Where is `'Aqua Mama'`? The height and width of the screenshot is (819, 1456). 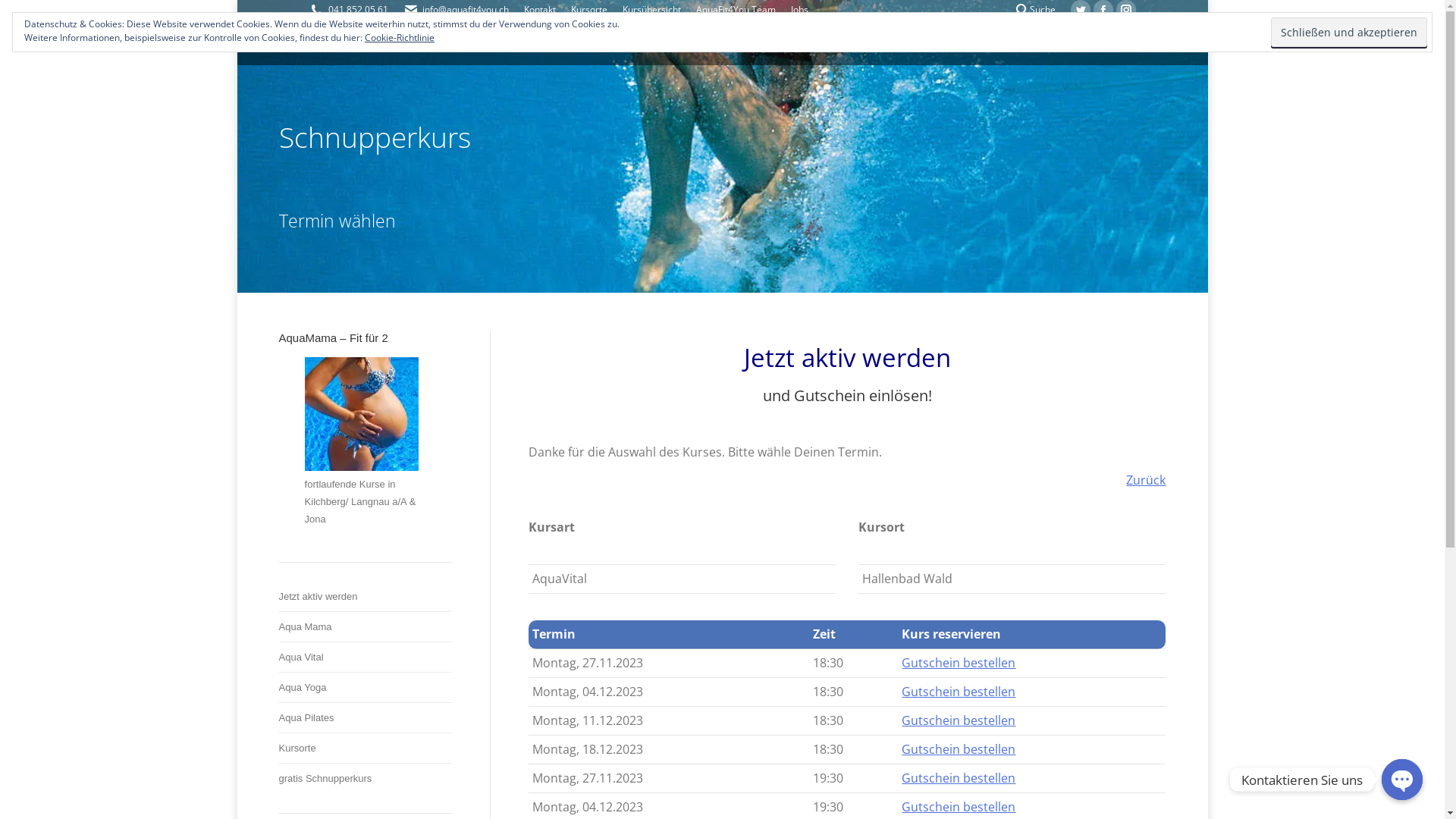 'Aqua Mama' is located at coordinates (279, 626).